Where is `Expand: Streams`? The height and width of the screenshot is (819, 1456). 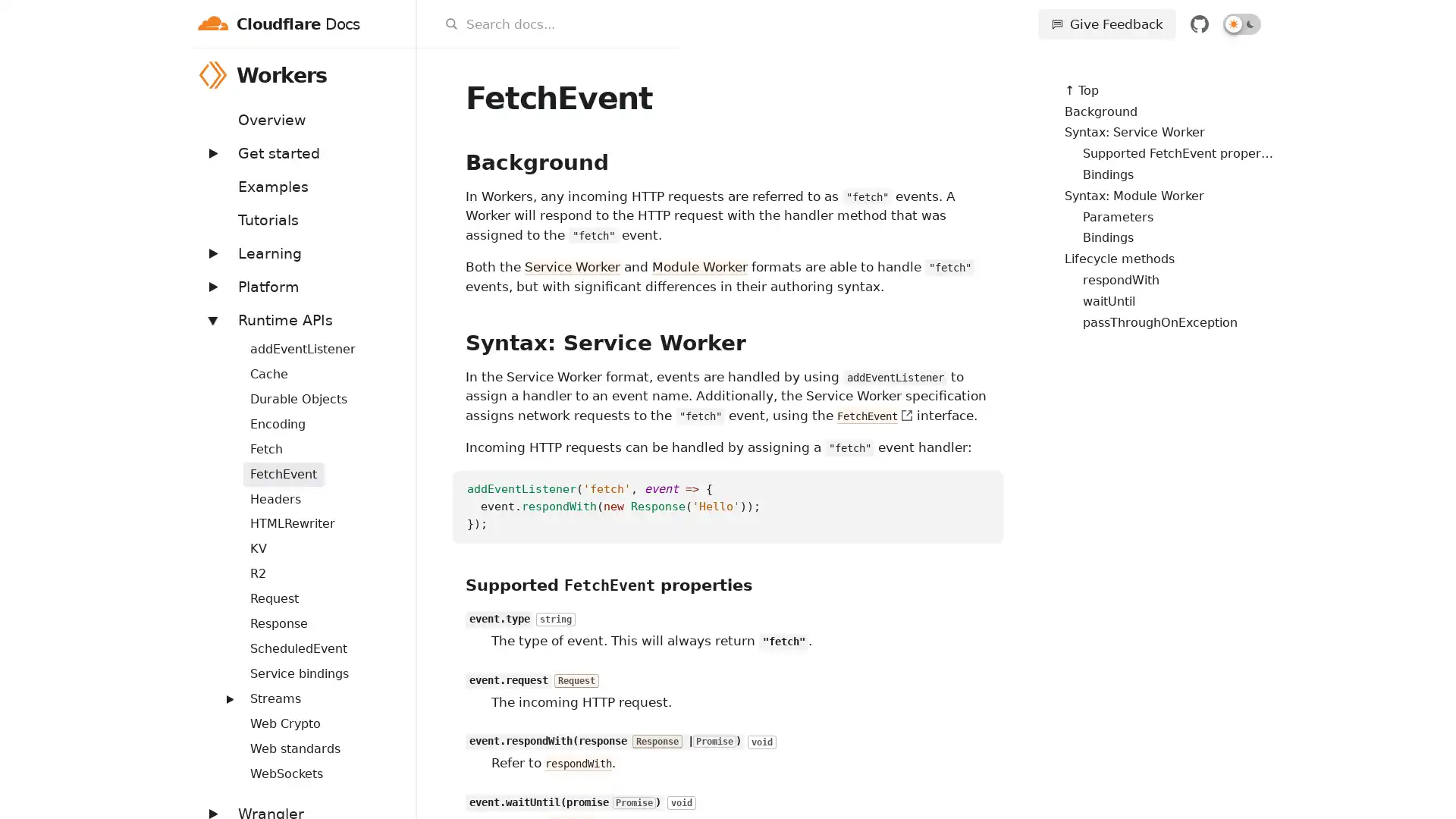
Expand: Streams is located at coordinates (228, 698).